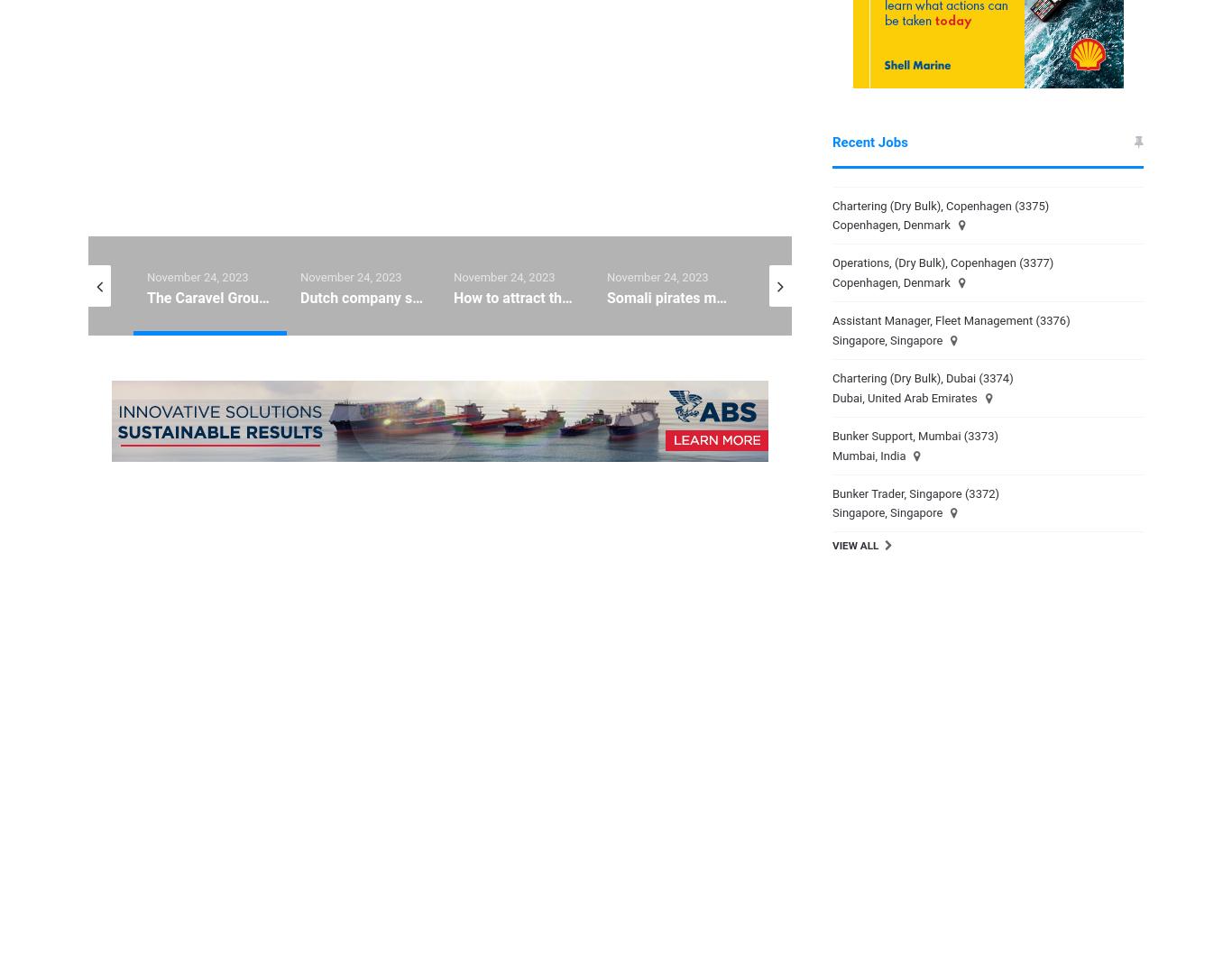 This screenshot has width=1232, height=958. I want to click on 'Bunker Trader, Singapore (3372)', so click(832, 493).